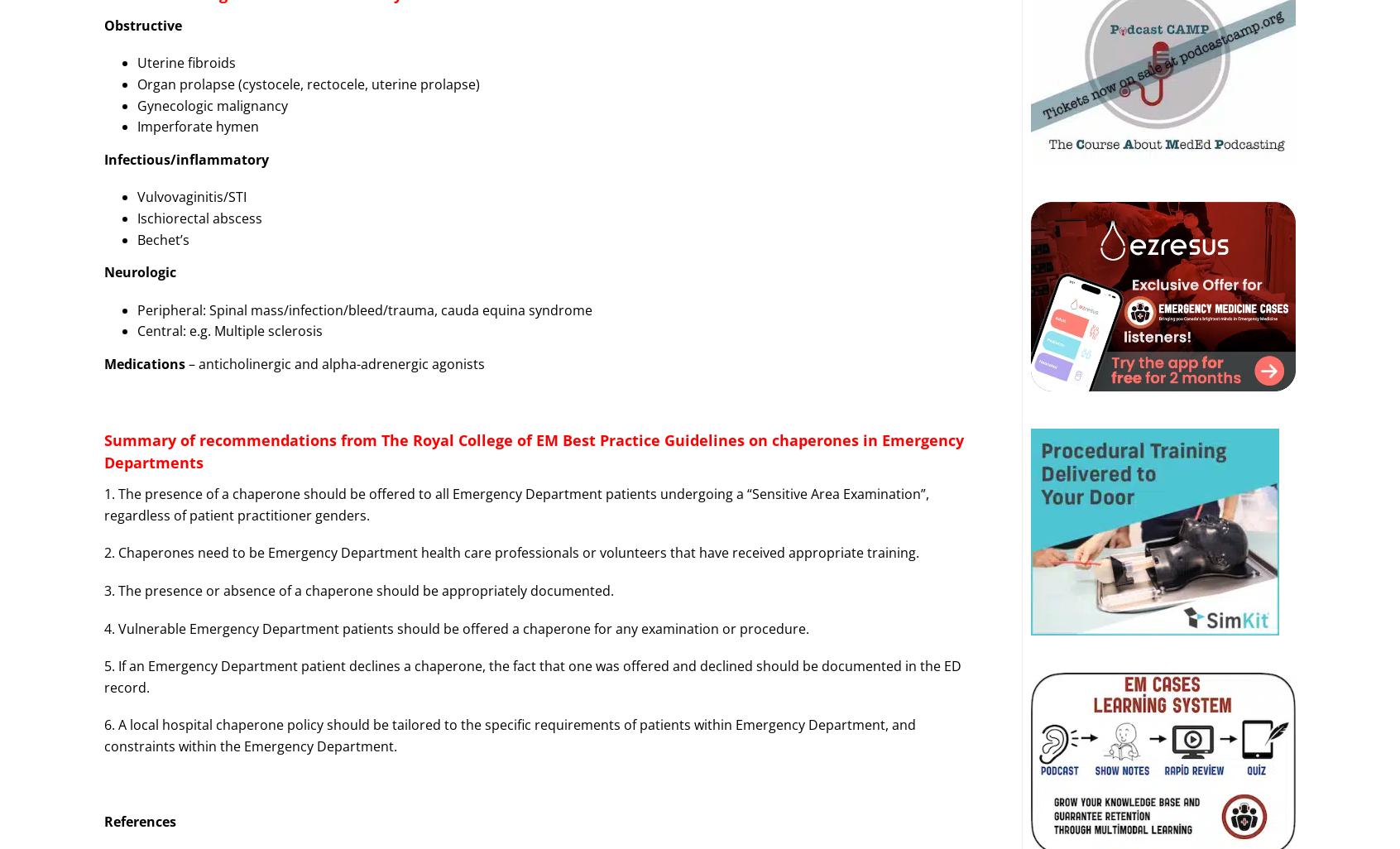 This screenshot has width=1400, height=849. Describe the element at coordinates (363, 309) in the screenshot. I see `'Peripheral: Spinal mass/infection/bleed/trauma, cauda equina syndrome'` at that location.